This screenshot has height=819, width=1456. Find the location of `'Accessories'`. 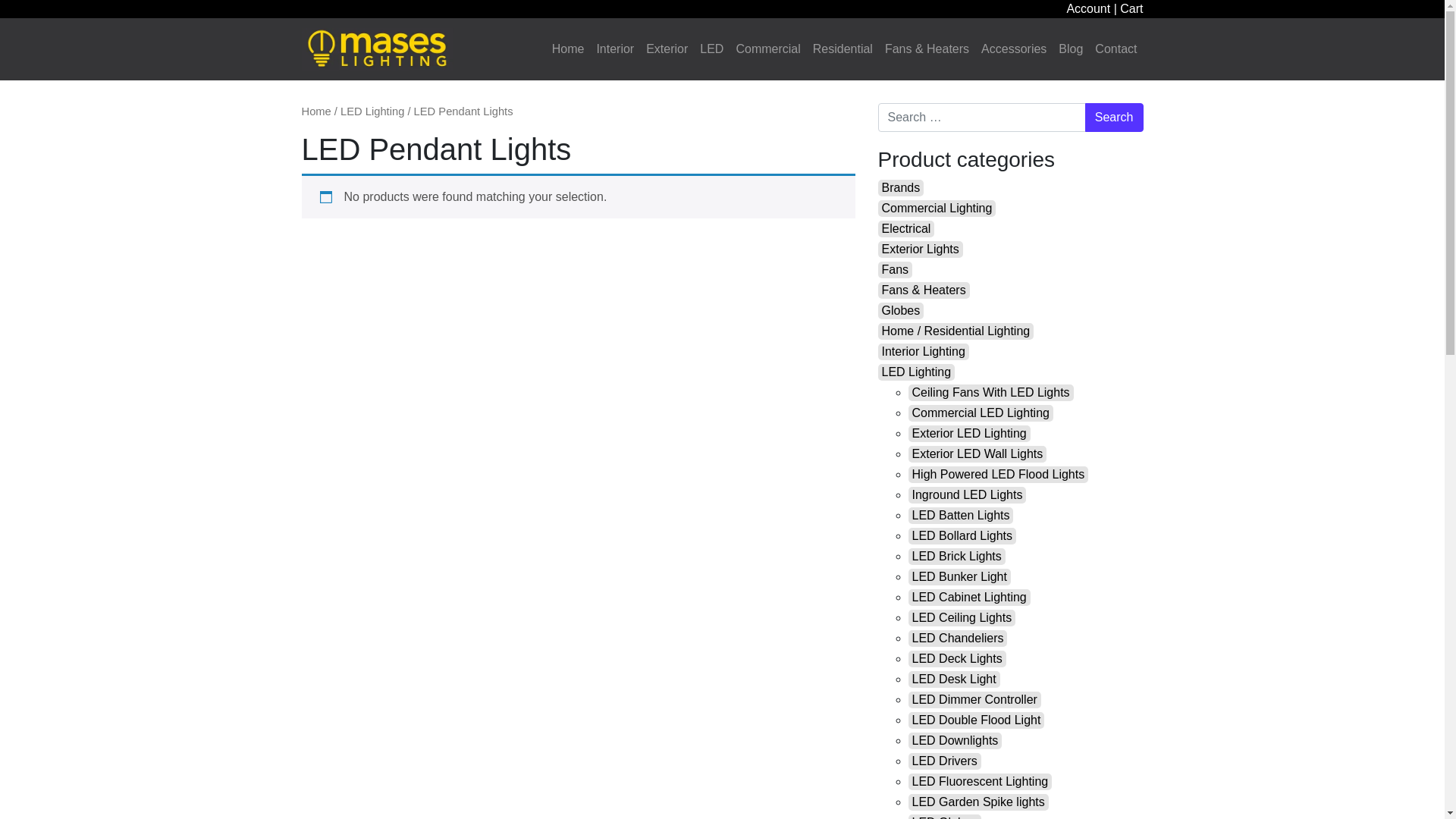

'Accessories' is located at coordinates (1014, 49).